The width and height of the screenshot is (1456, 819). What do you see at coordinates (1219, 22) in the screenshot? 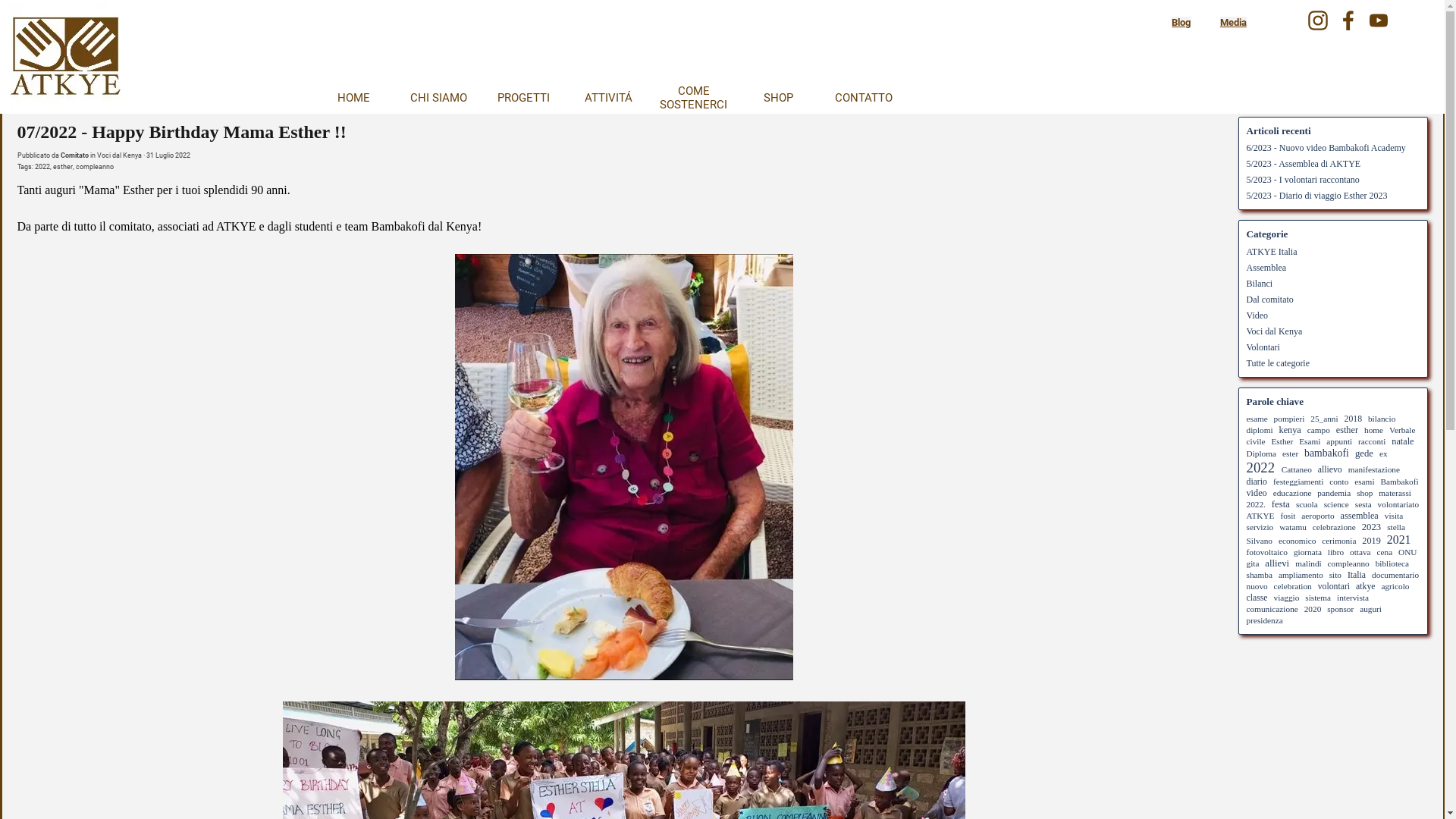
I see `'Media'` at bounding box center [1219, 22].